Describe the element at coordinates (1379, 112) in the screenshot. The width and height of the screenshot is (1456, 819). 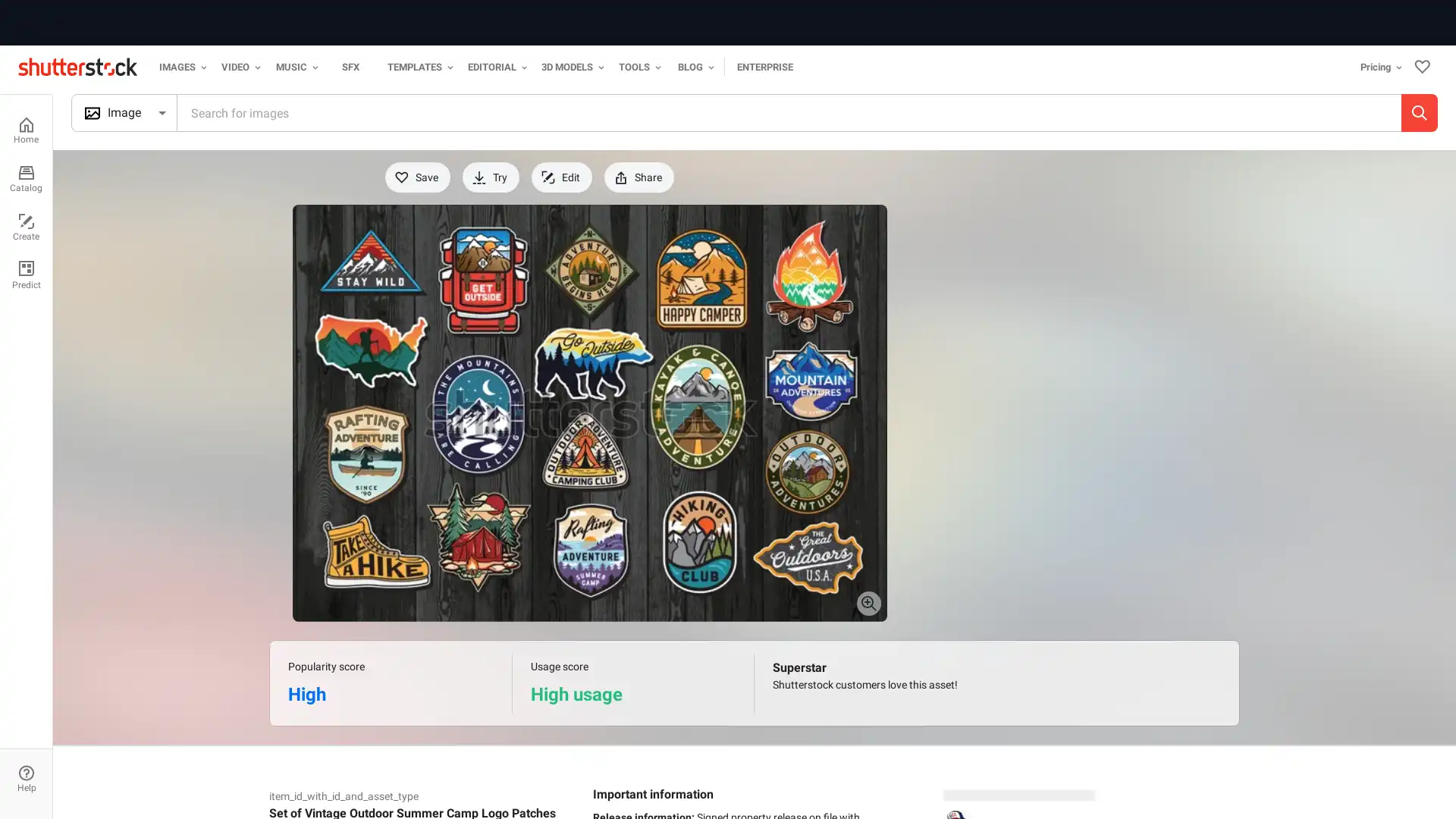
I see `Search by image` at that location.